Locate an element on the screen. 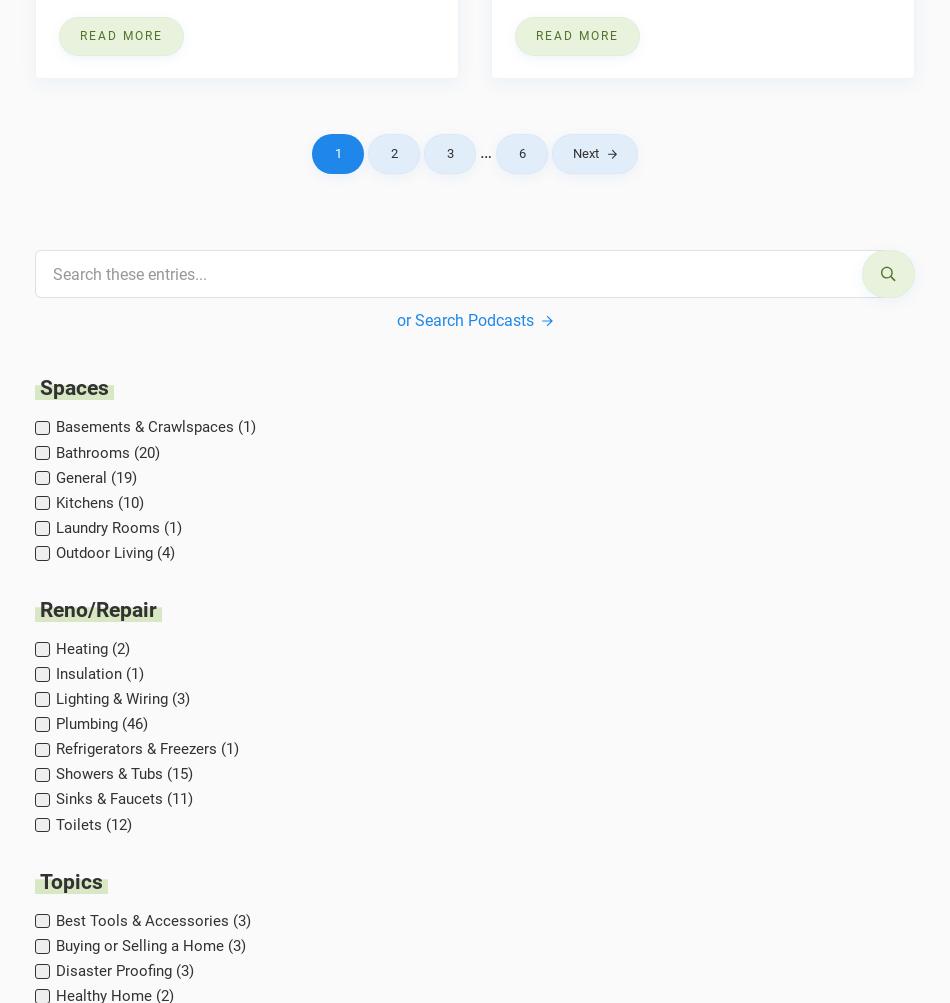 The height and width of the screenshot is (1003, 950). 'Buying or Selling a Home (3)' is located at coordinates (150, 944).